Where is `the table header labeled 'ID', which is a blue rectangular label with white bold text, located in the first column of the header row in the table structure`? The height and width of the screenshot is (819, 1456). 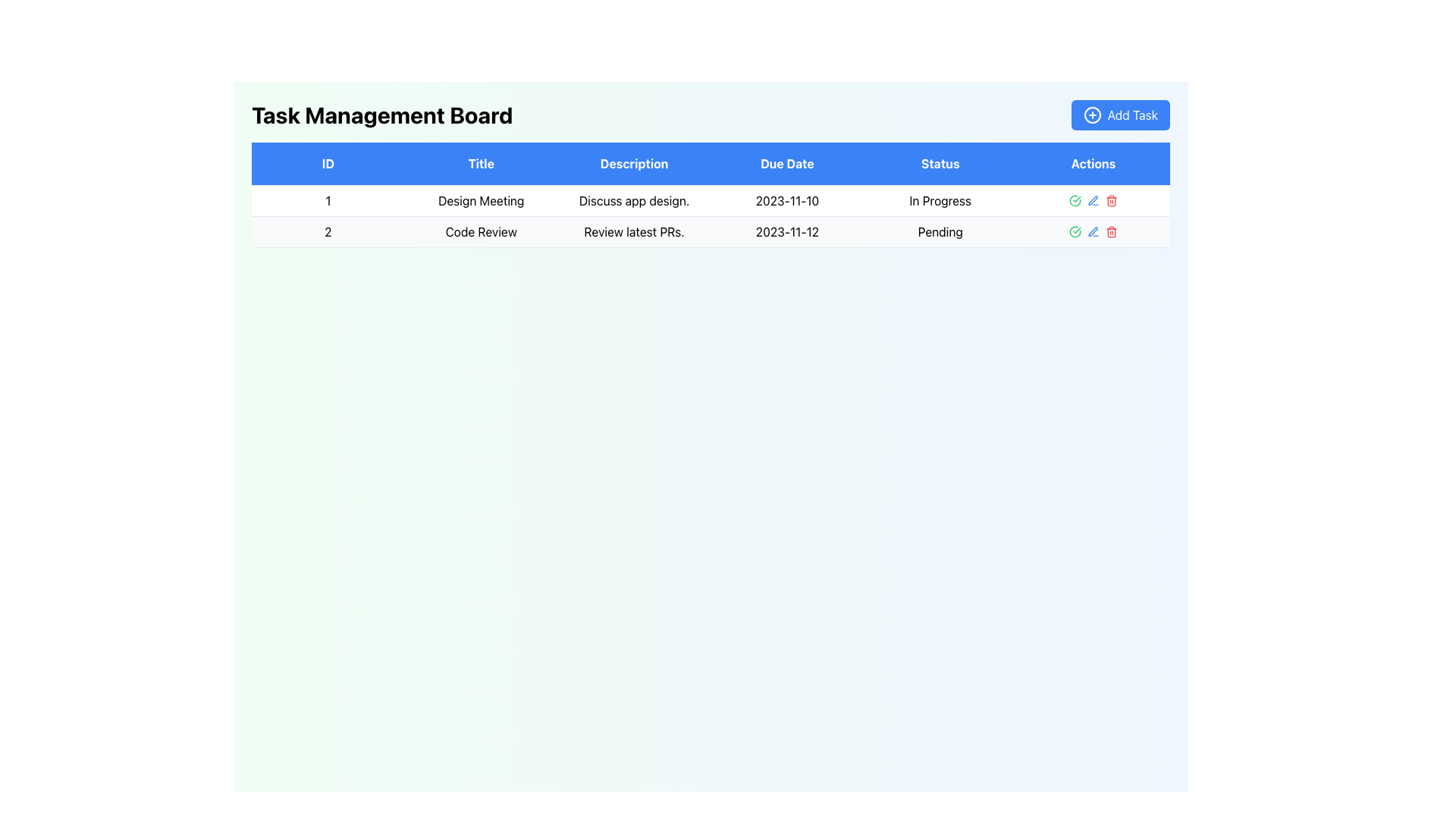
the table header labeled 'ID', which is a blue rectangular label with white bold text, located in the first column of the header row in the table structure is located at coordinates (327, 164).